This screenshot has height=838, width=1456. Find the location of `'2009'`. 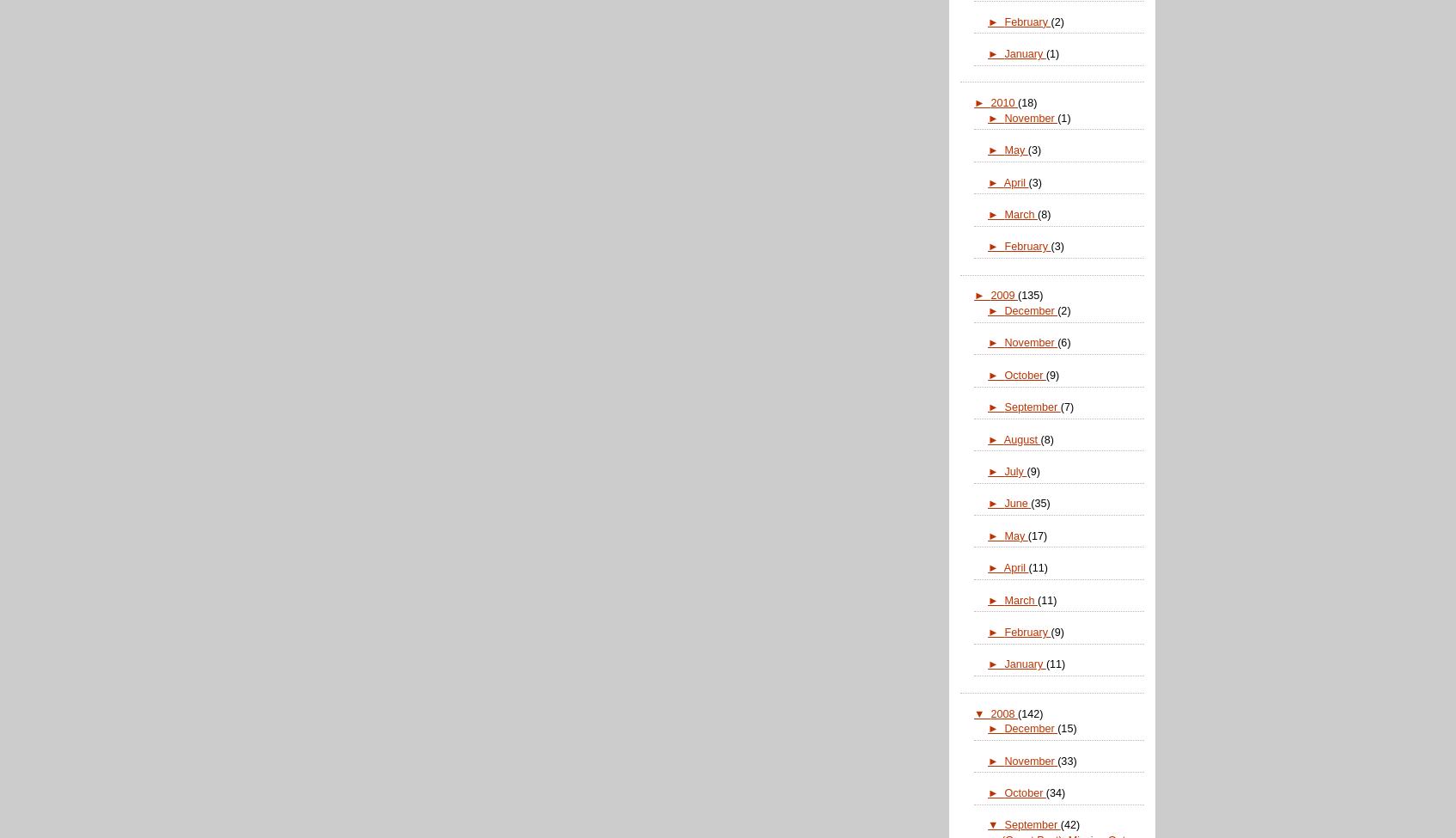

'2009' is located at coordinates (1003, 294).